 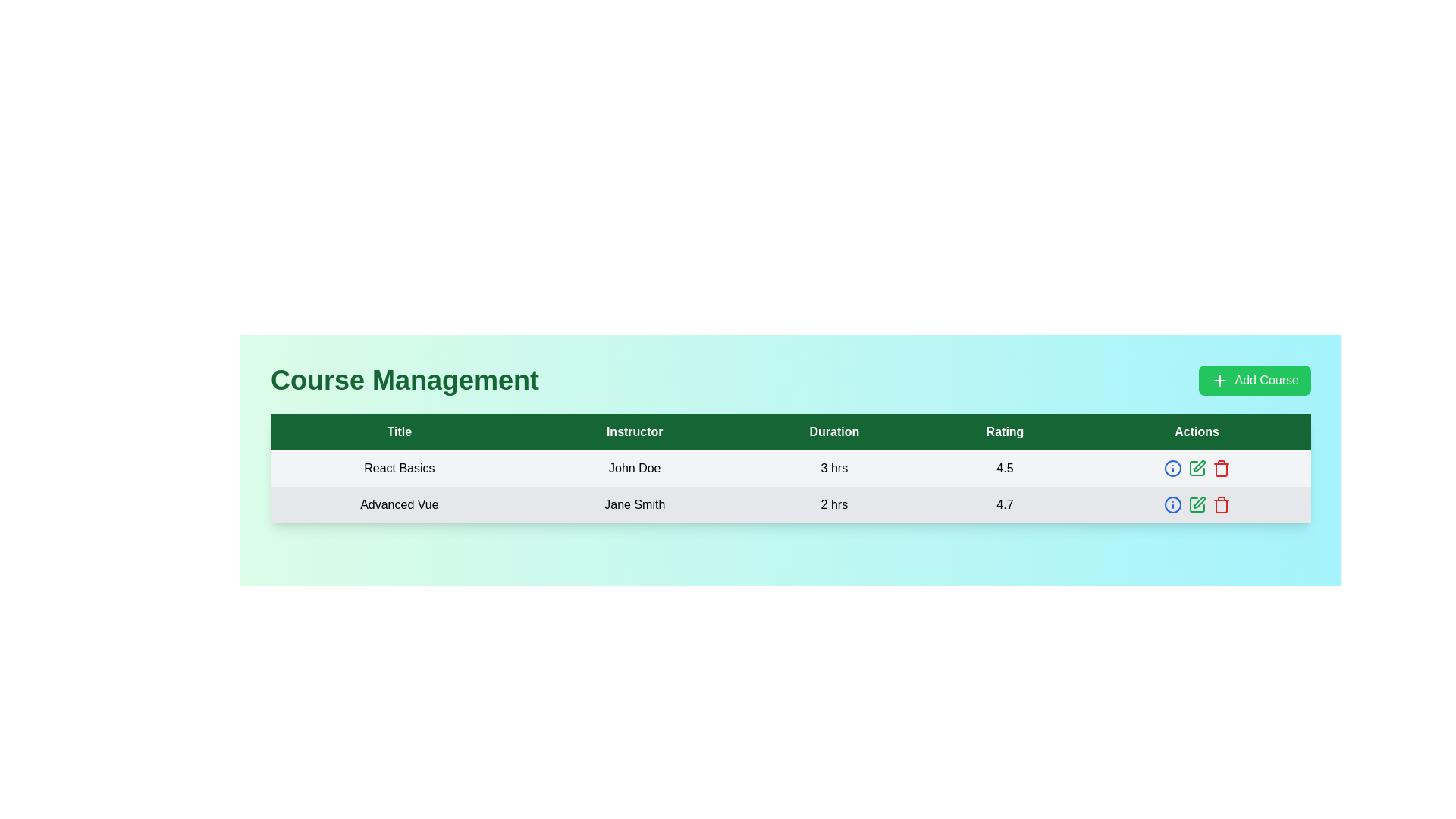 What do you see at coordinates (1005, 505) in the screenshot?
I see `the display-only text component that shows the rating value of the 'Advanced Vue' course, located in the fourth cell of the second row of the table` at bounding box center [1005, 505].